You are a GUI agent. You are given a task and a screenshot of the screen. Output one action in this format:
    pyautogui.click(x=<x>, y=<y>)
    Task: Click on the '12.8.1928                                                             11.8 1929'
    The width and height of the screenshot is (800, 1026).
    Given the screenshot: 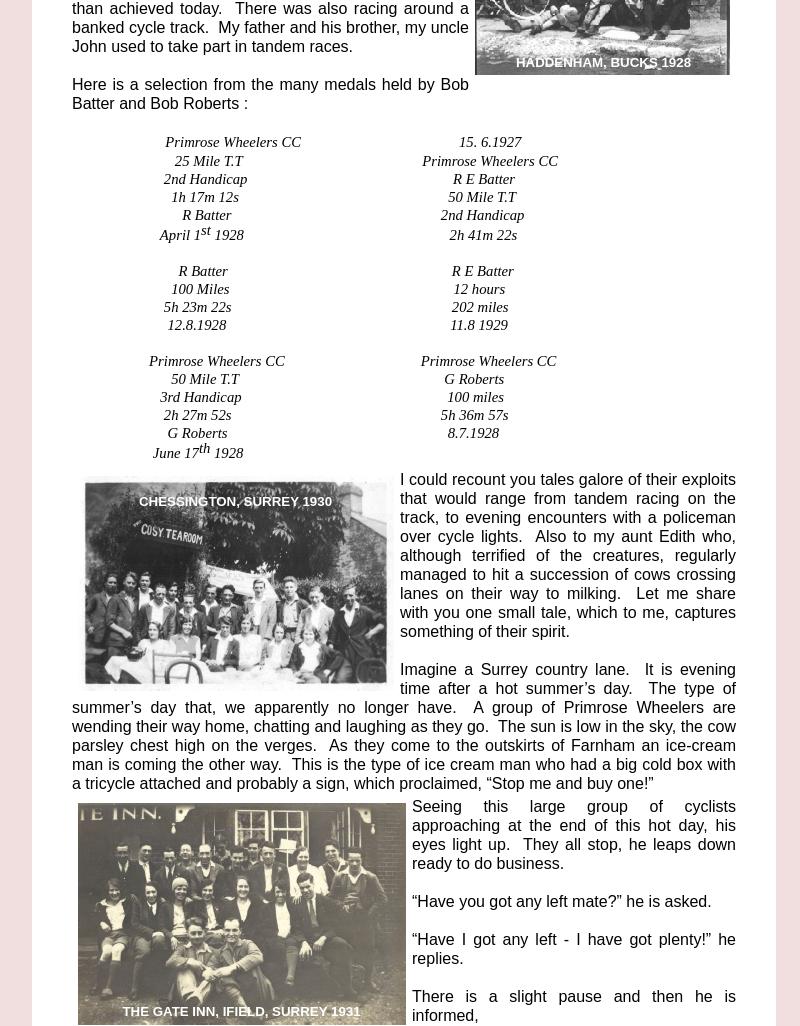 What is the action you would take?
    pyautogui.click(x=289, y=324)
    